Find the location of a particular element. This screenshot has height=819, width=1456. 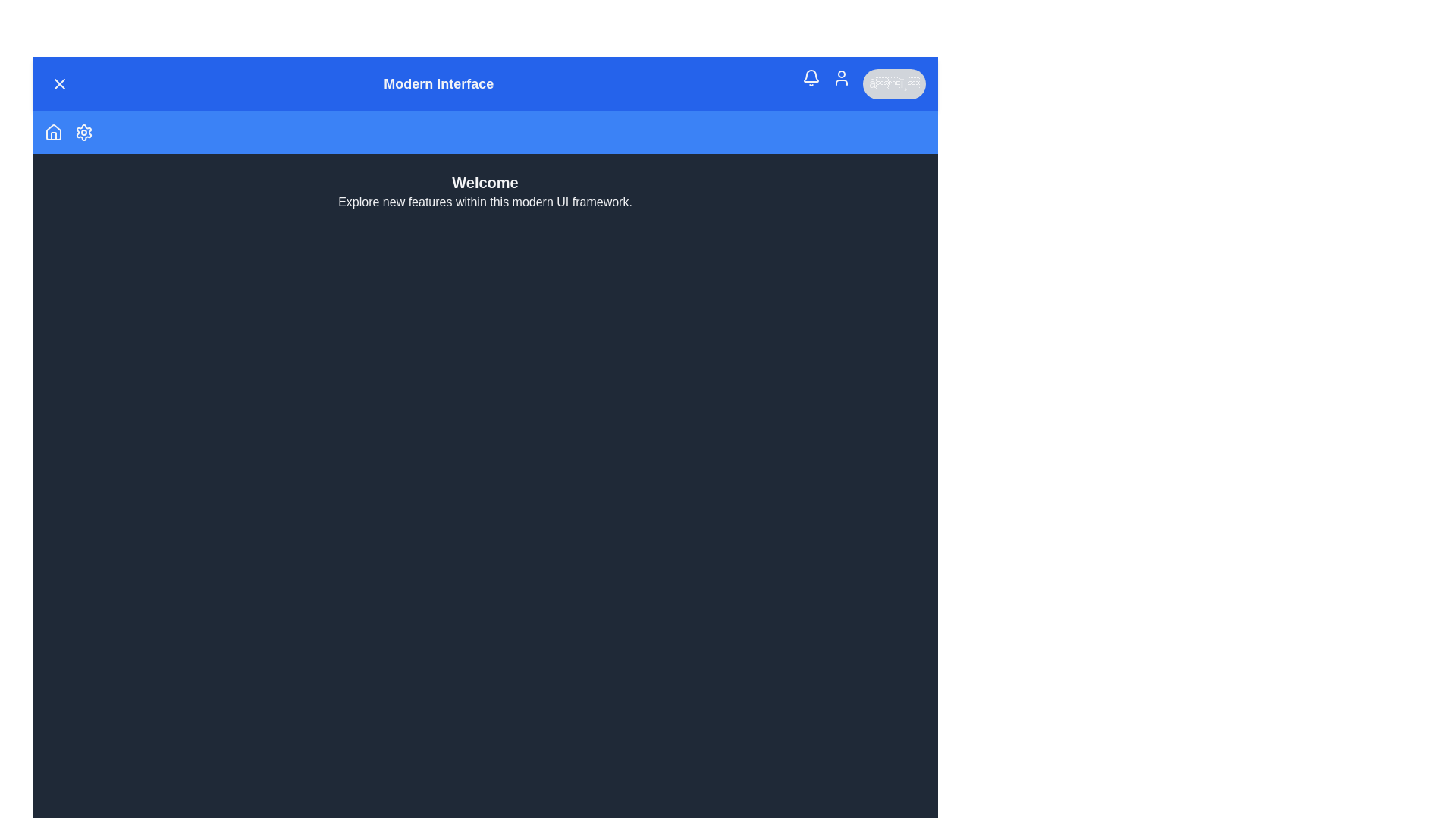

the user profile icon is located at coordinates (840, 78).